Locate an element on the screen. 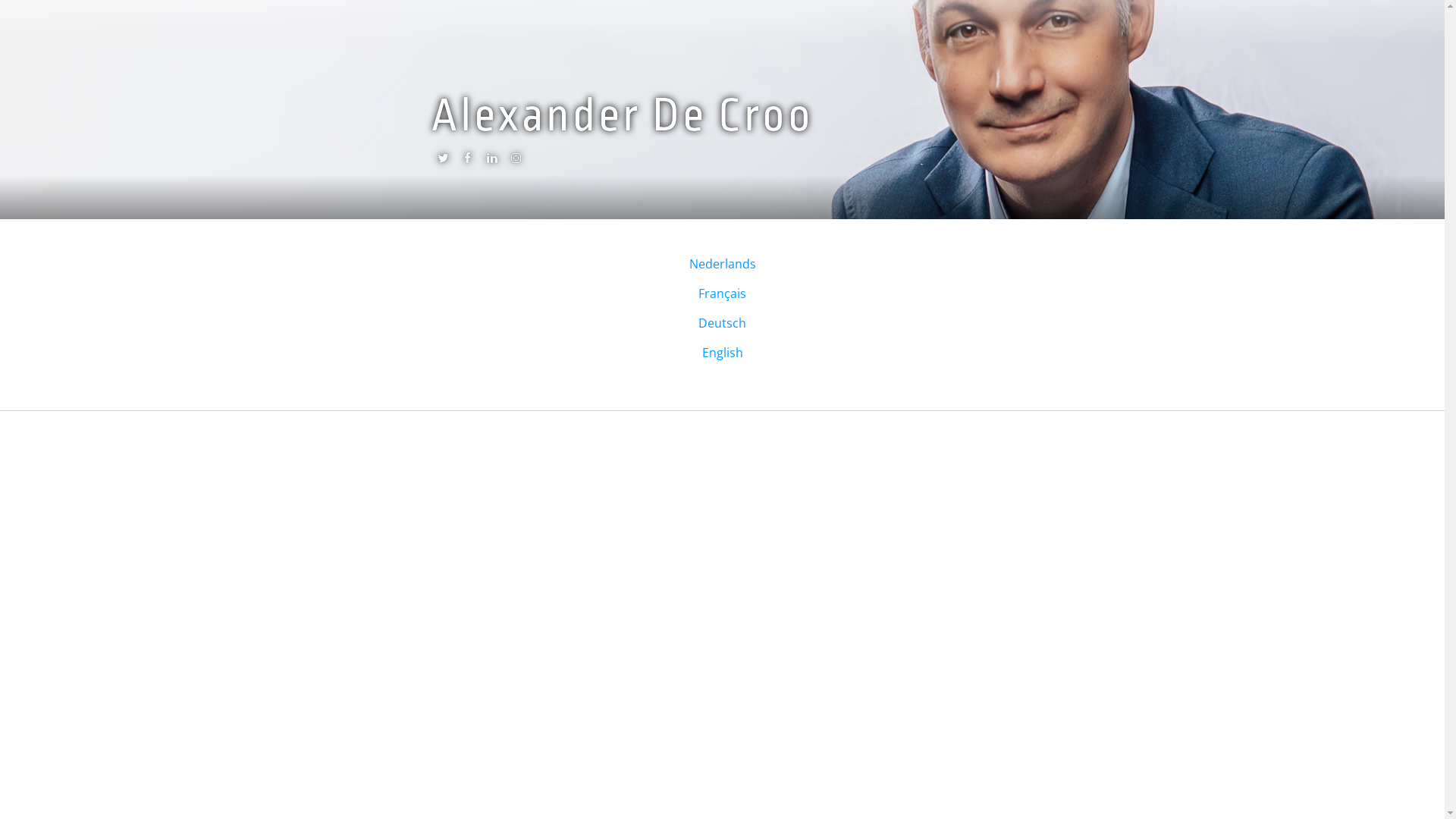 The height and width of the screenshot is (819, 1456). 'Nederlands' is located at coordinates (687, 262).